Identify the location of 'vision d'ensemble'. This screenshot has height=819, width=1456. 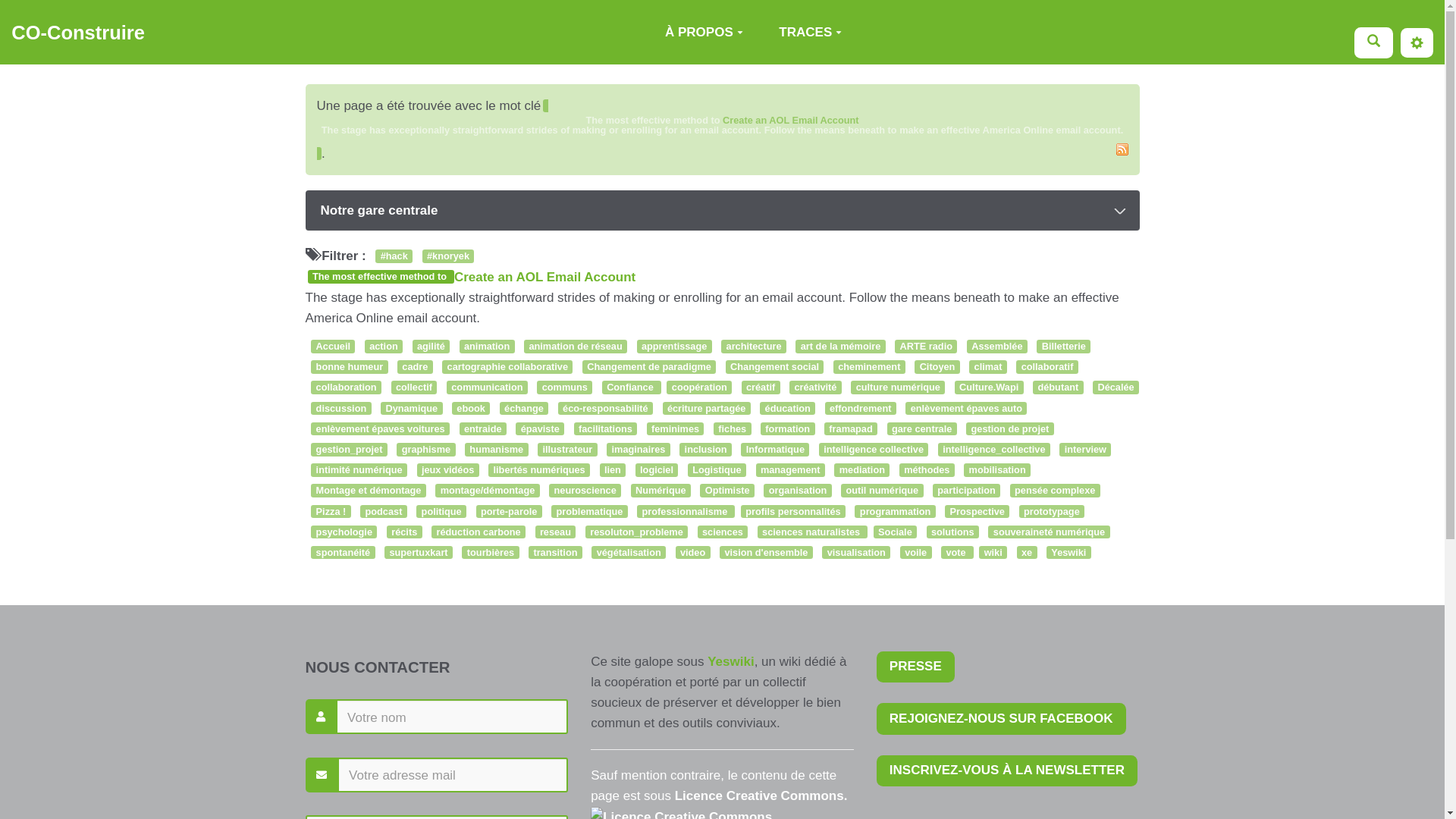
(766, 553).